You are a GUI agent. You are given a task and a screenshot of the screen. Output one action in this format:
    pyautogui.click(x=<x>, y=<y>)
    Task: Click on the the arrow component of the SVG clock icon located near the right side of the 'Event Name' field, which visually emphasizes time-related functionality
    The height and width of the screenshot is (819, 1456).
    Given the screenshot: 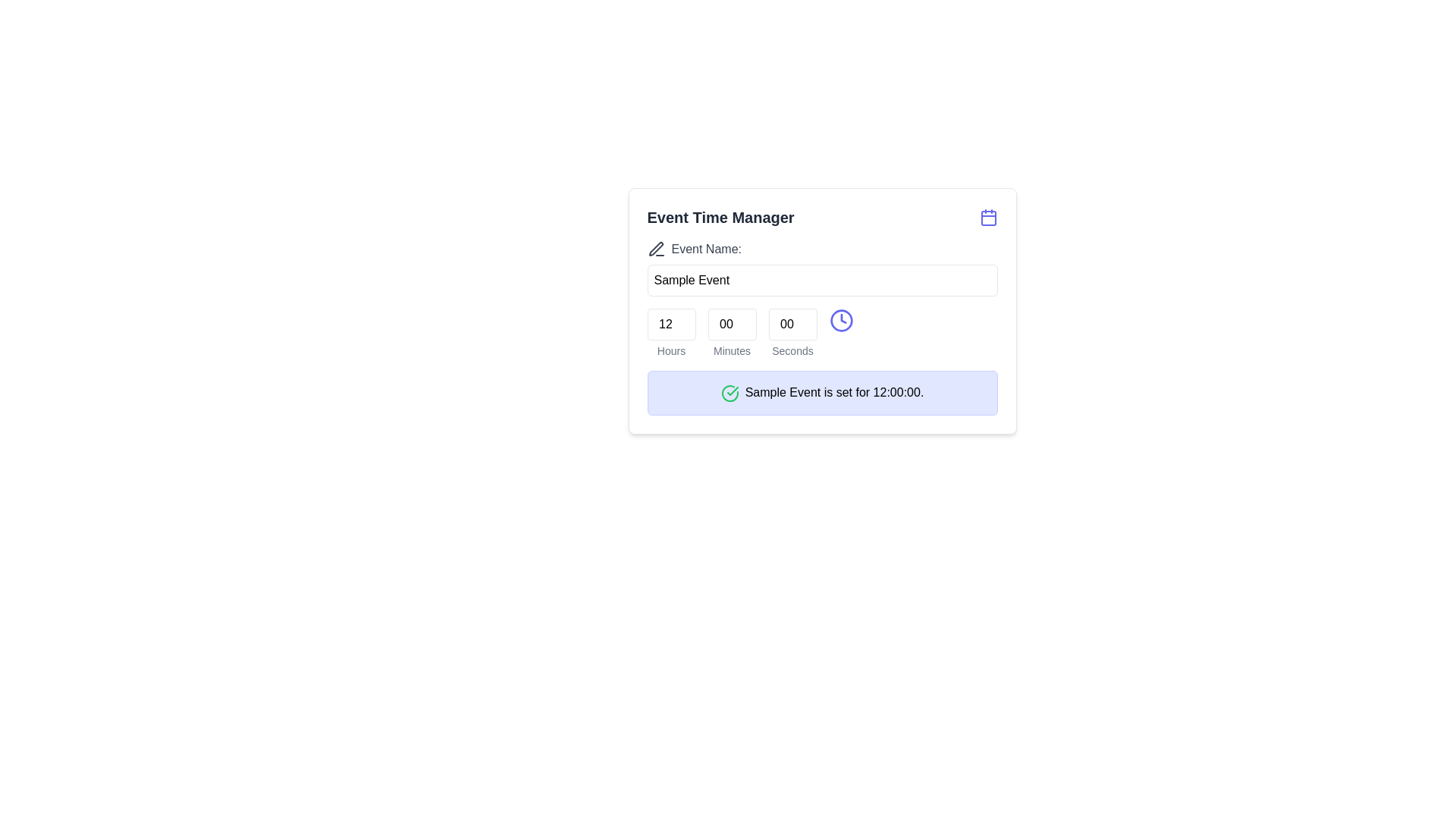 What is the action you would take?
    pyautogui.click(x=843, y=318)
    